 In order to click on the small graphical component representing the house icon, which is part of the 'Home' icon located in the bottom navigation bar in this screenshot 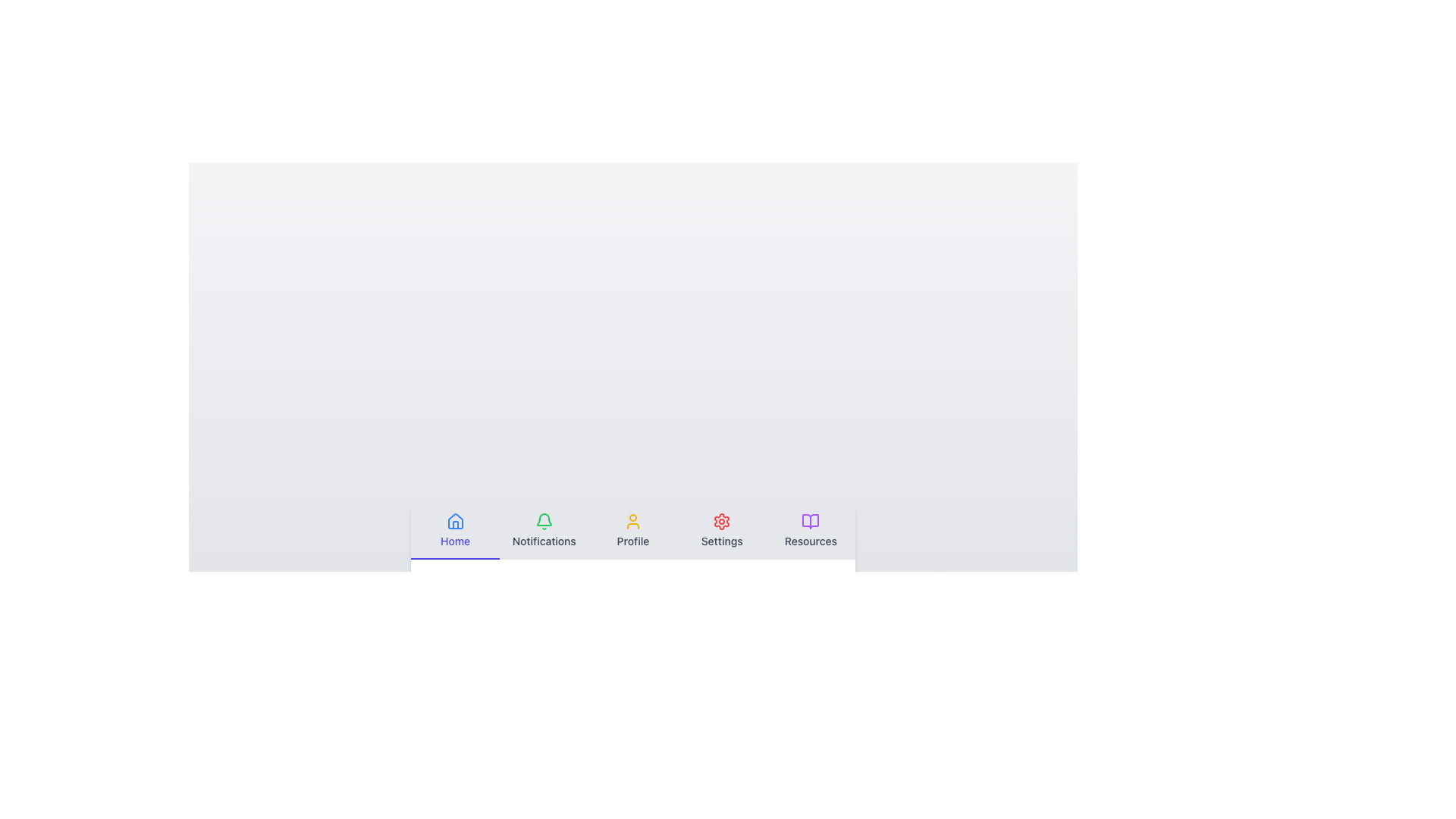, I will do `click(454, 524)`.